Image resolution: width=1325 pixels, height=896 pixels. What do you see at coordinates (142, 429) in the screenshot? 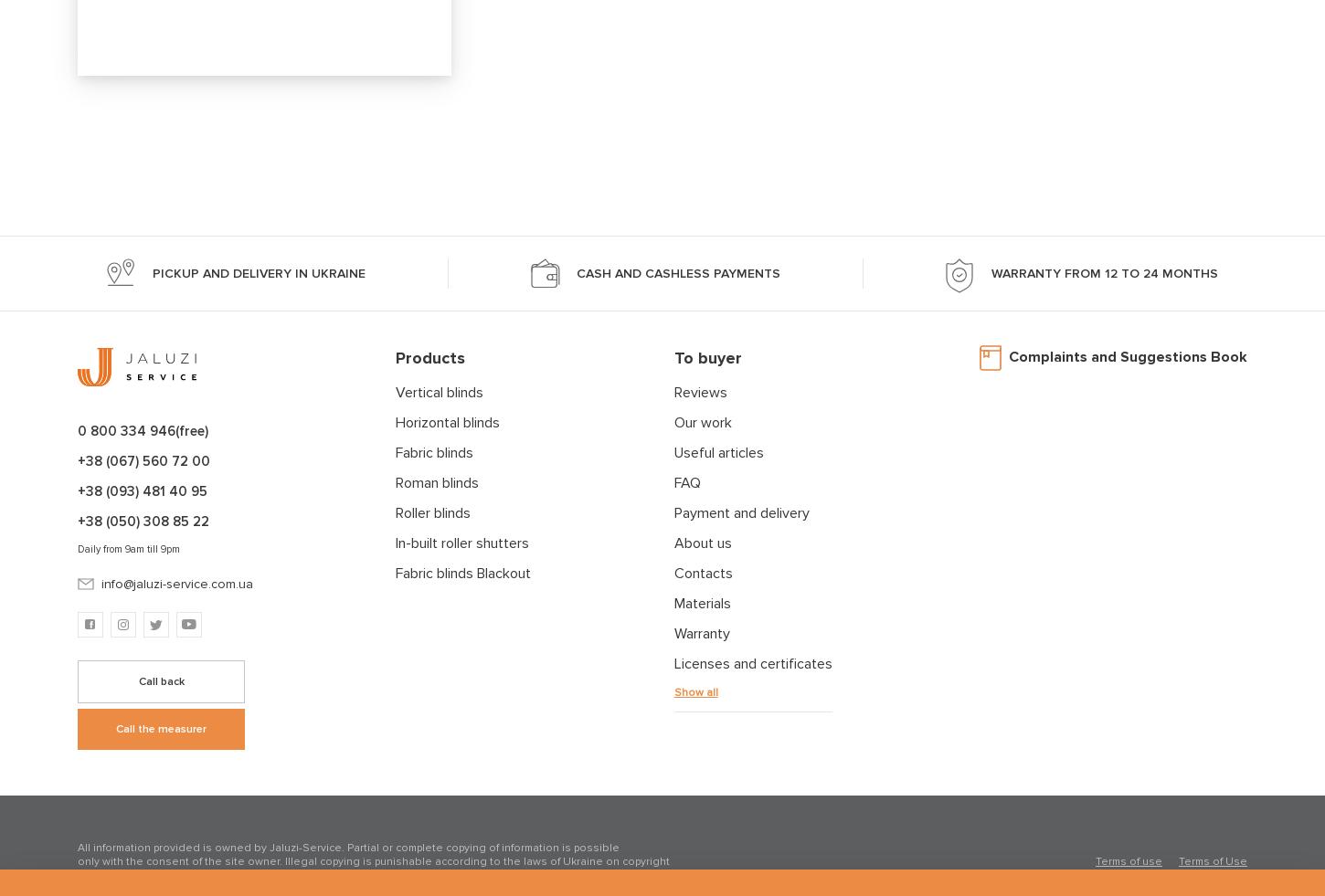
I see `'0 800 334 946(free)'` at bounding box center [142, 429].